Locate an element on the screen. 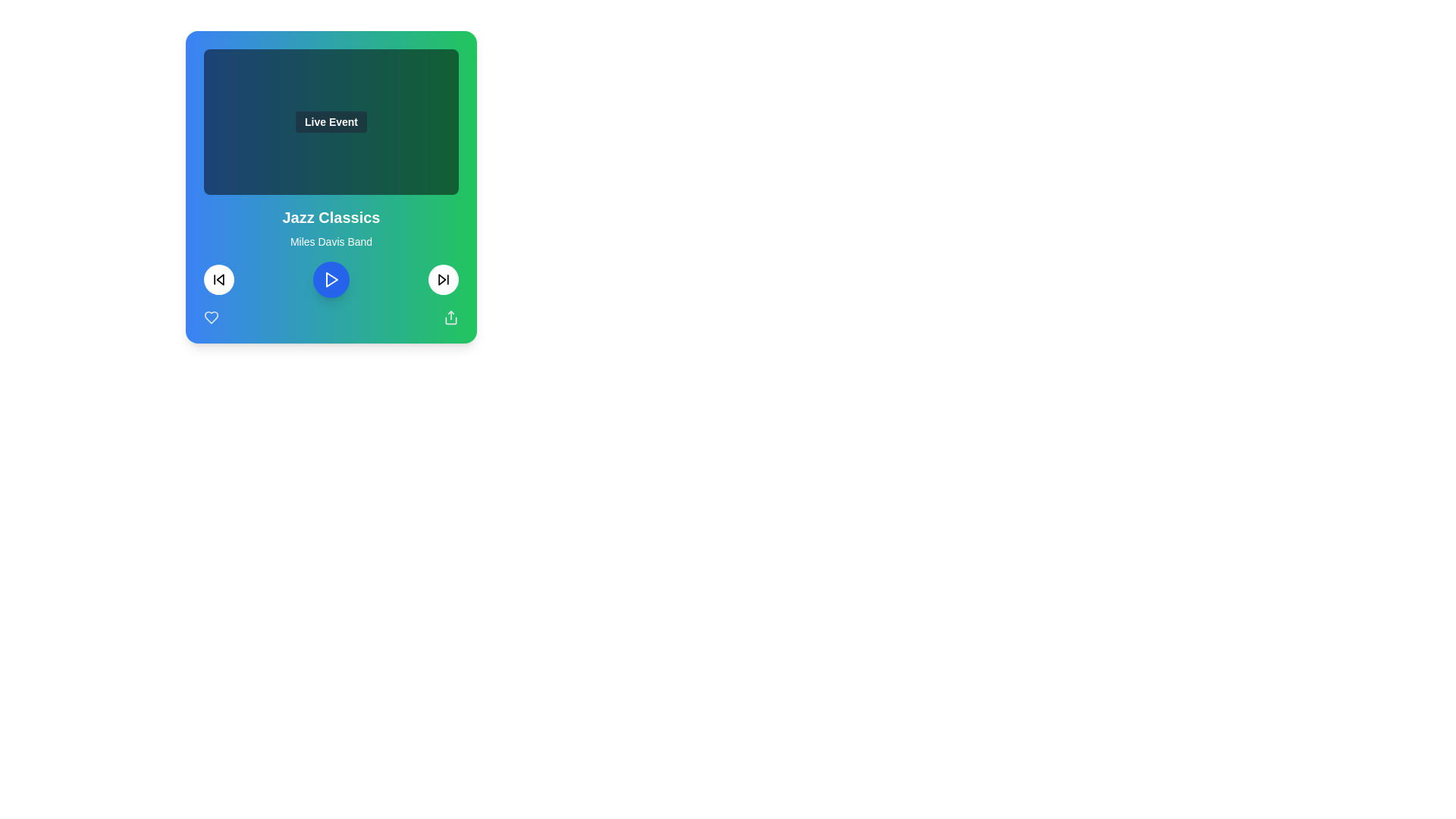  the 'Next Track' button, which is the rightmost circular button in a group of three, to skip forward to the next media item is located at coordinates (443, 280).